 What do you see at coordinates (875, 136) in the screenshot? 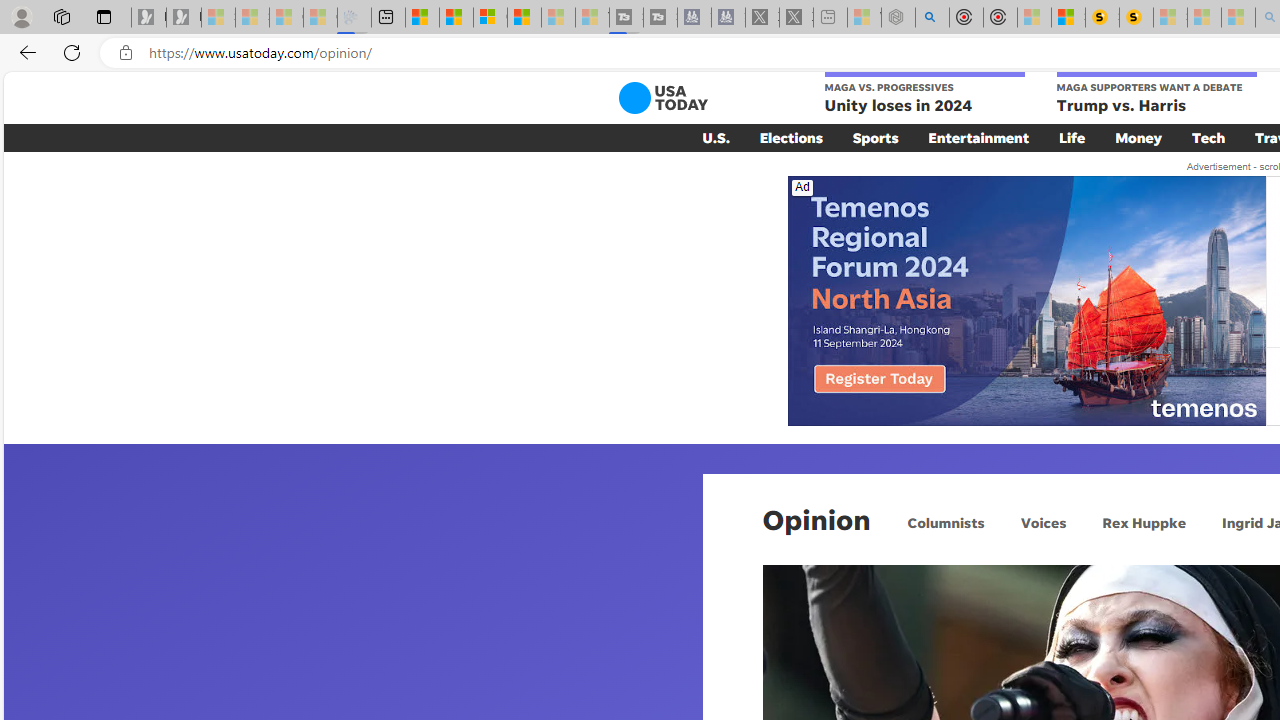
I see `'Sports'` at bounding box center [875, 136].